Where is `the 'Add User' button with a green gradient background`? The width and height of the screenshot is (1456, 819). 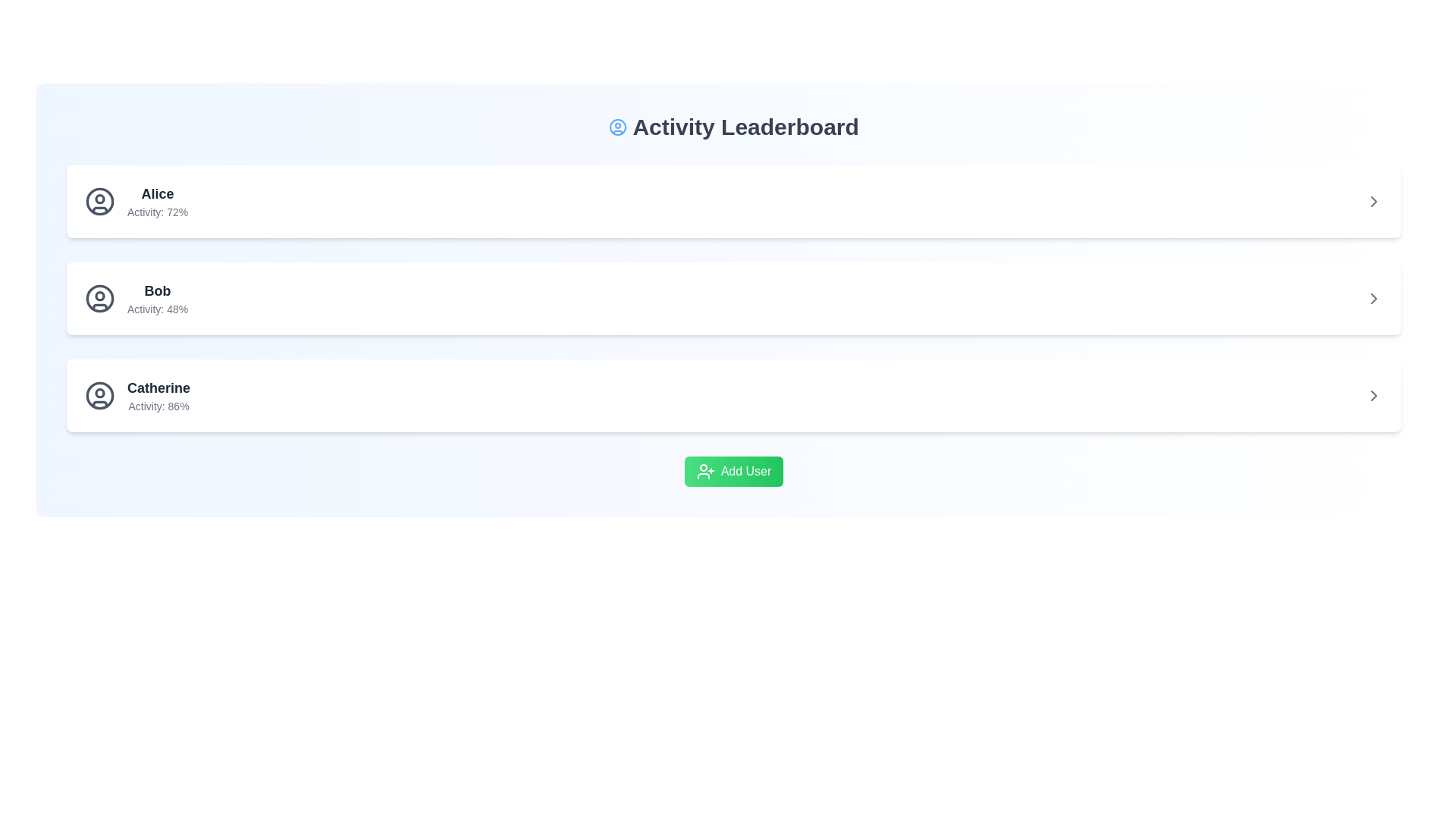
the 'Add User' button with a green gradient background is located at coordinates (734, 470).